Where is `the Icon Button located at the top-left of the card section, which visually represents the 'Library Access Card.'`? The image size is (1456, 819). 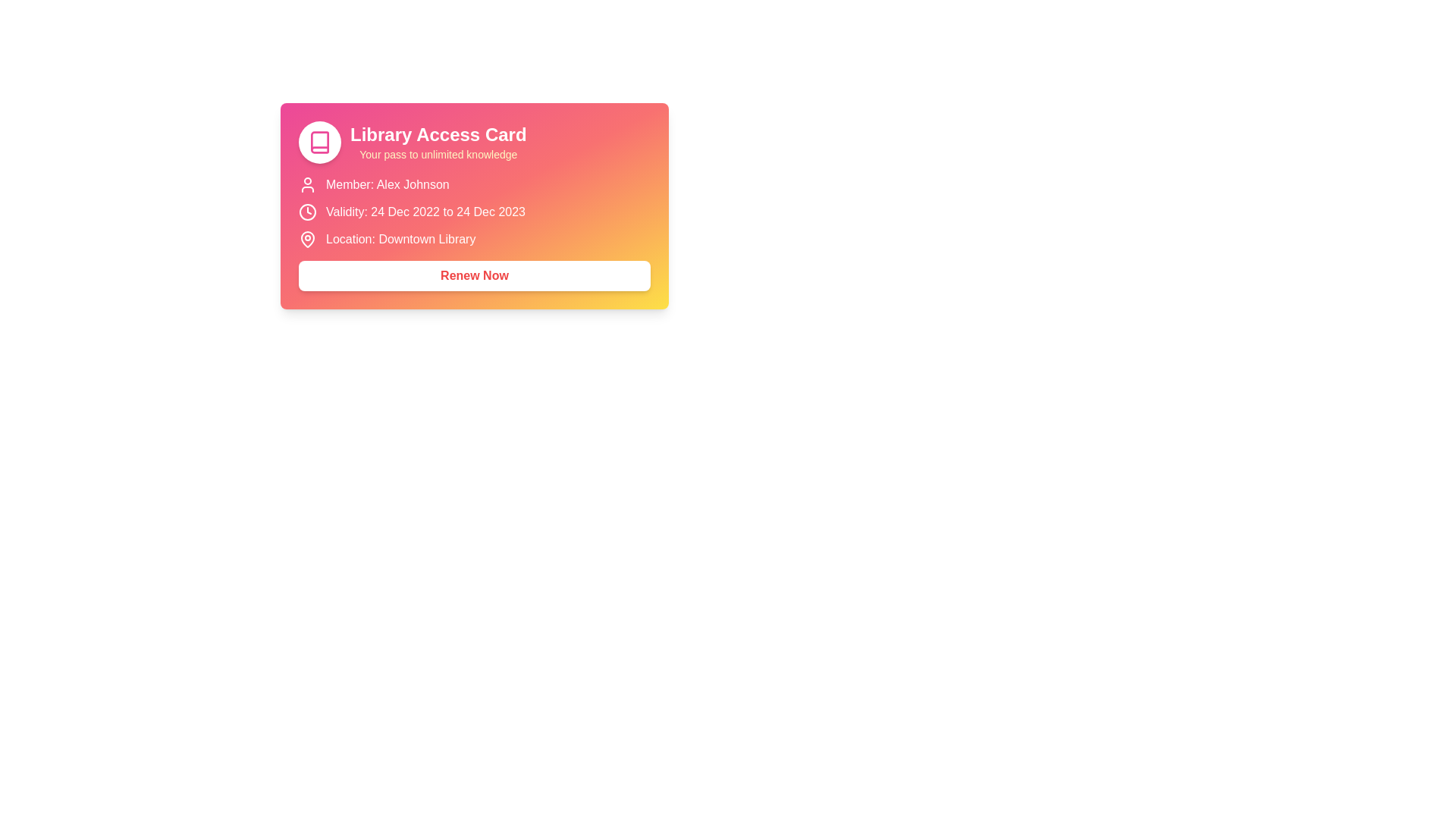
the Icon Button located at the top-left of the card section, which visually represents the 'Library Access Card.' is located at coordinates (319, 143).